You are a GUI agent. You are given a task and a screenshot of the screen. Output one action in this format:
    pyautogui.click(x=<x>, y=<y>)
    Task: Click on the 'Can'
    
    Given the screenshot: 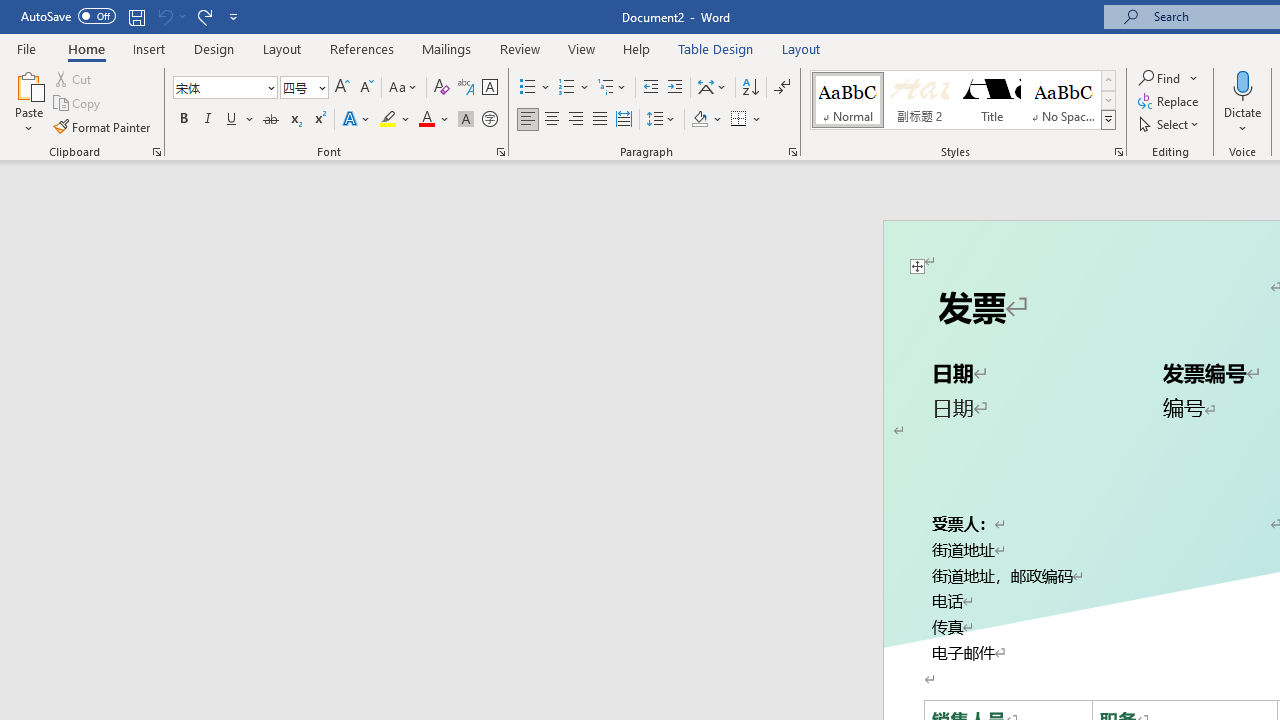 What is the action you would take?
    pyautogui.click(x=170, y=16)
    